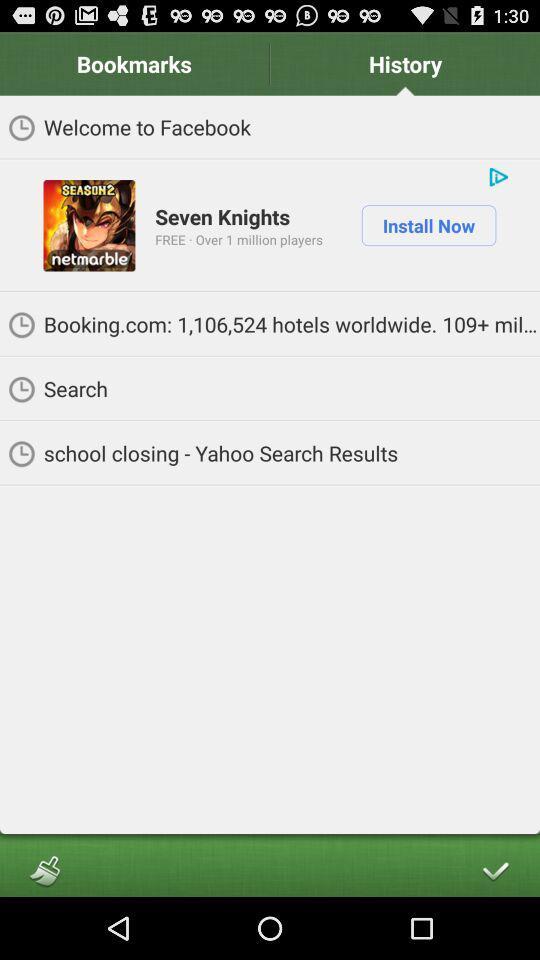  I want to click on free over 1 icon, so click(239, 239).